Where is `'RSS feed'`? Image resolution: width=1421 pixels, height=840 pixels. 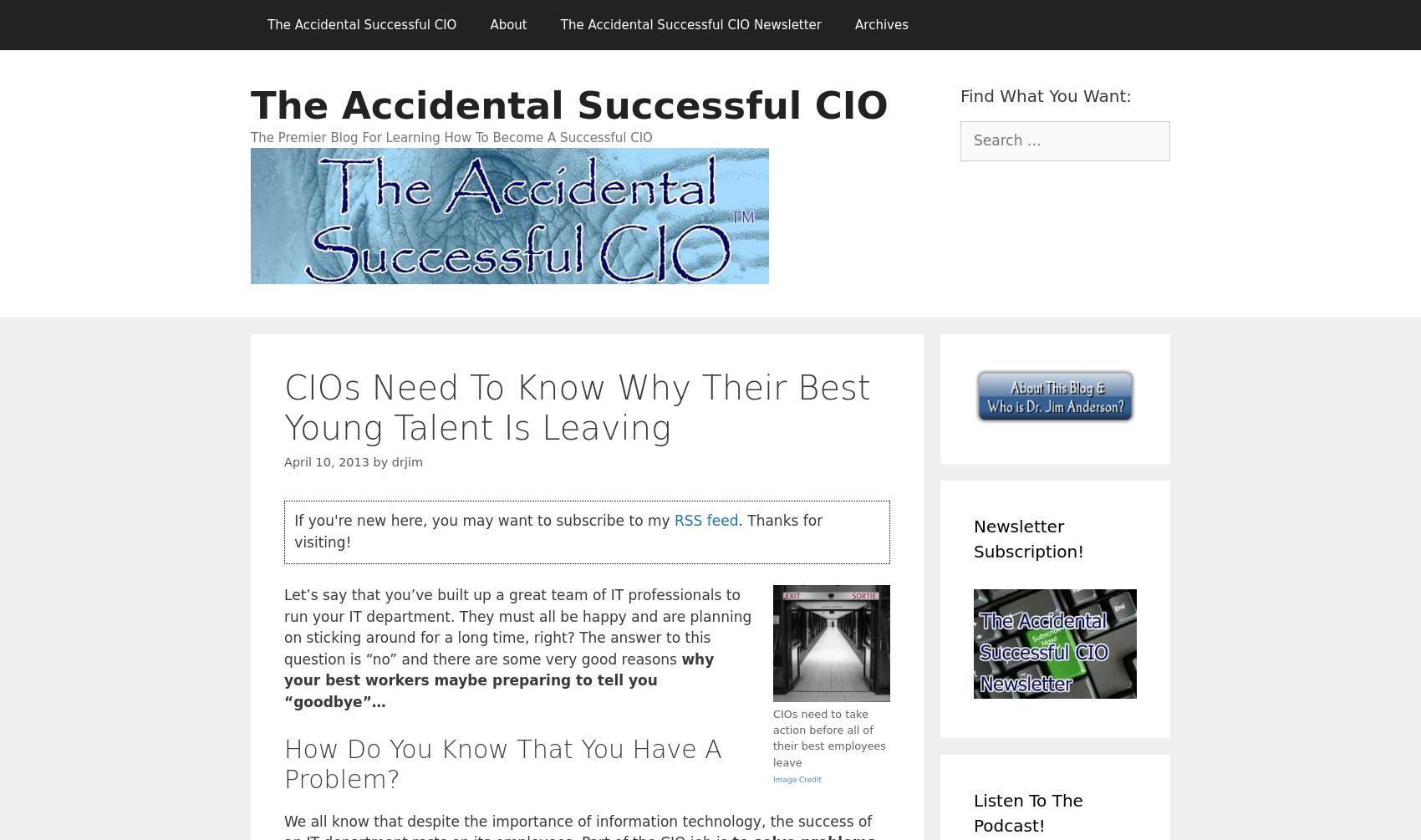
'RSS feed' is located at coordinates (705, 519).